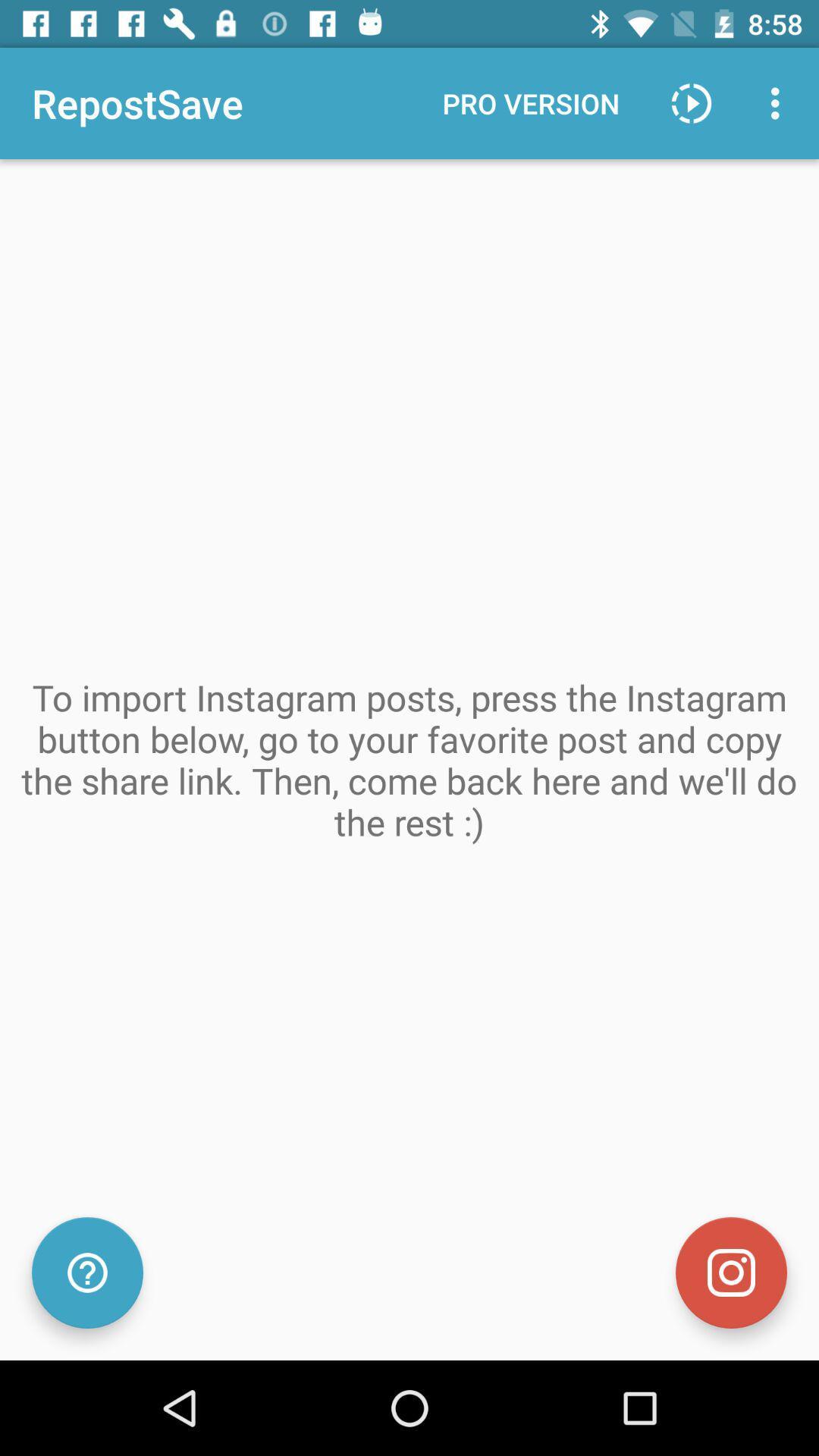 This screenshot has height=1456, width=819. I want to click on icon above to import instagram item, so click(691, 102).